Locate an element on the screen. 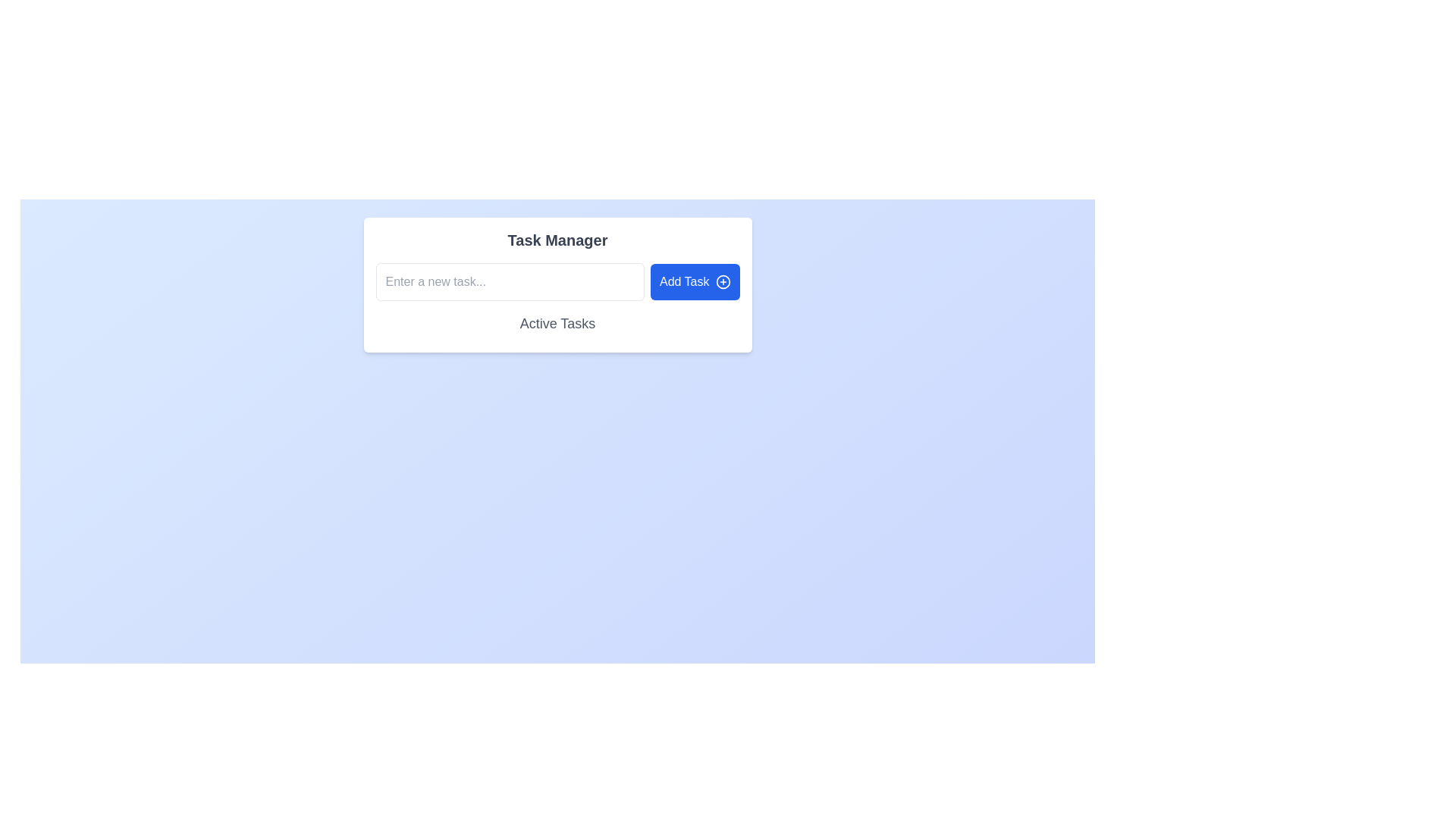  the circular border of the 'Add Task' button, which symbolizes adding or creating an item is located at coordinates (722, 281).